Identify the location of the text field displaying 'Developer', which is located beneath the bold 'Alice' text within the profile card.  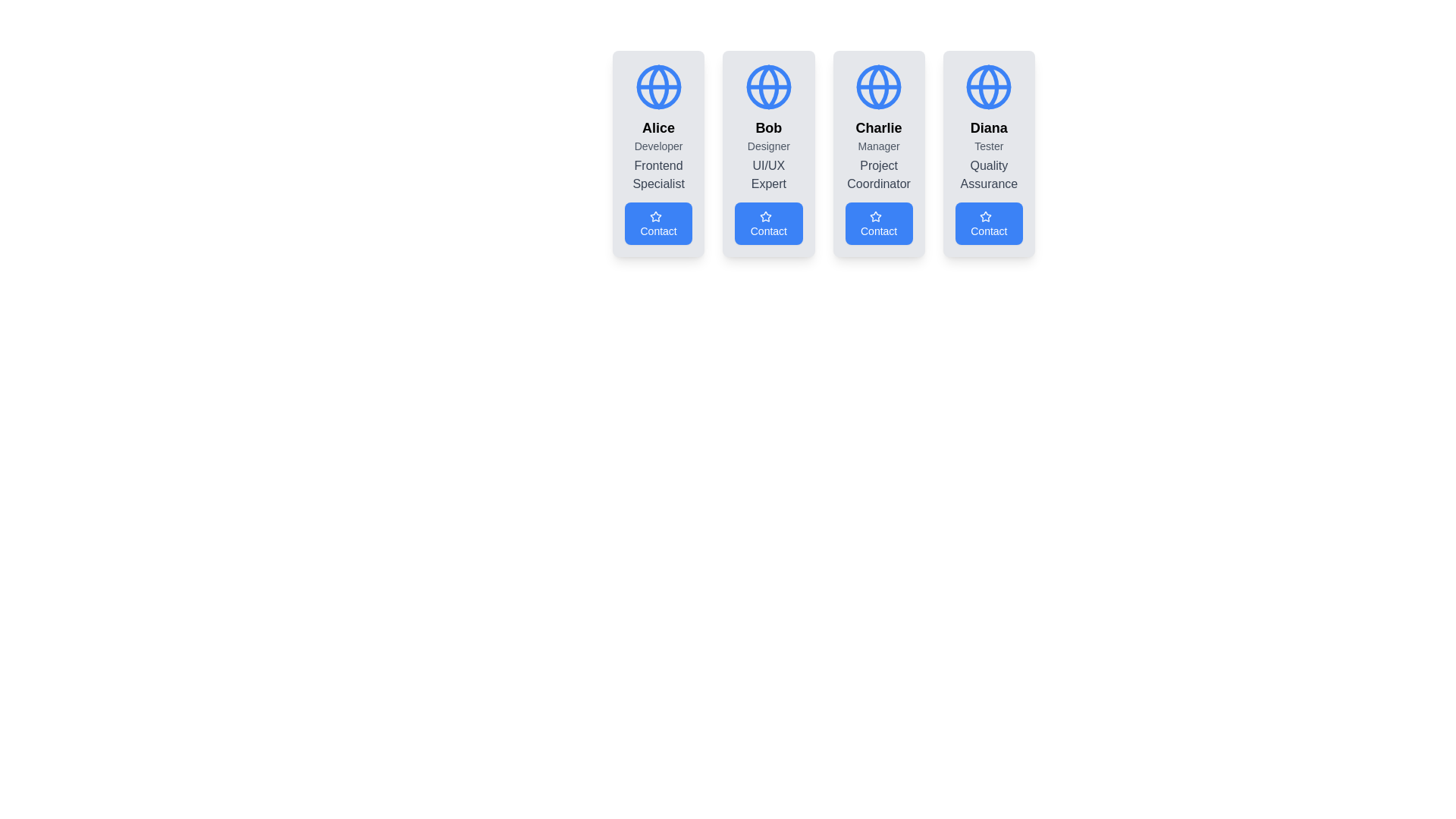
(658, 146).